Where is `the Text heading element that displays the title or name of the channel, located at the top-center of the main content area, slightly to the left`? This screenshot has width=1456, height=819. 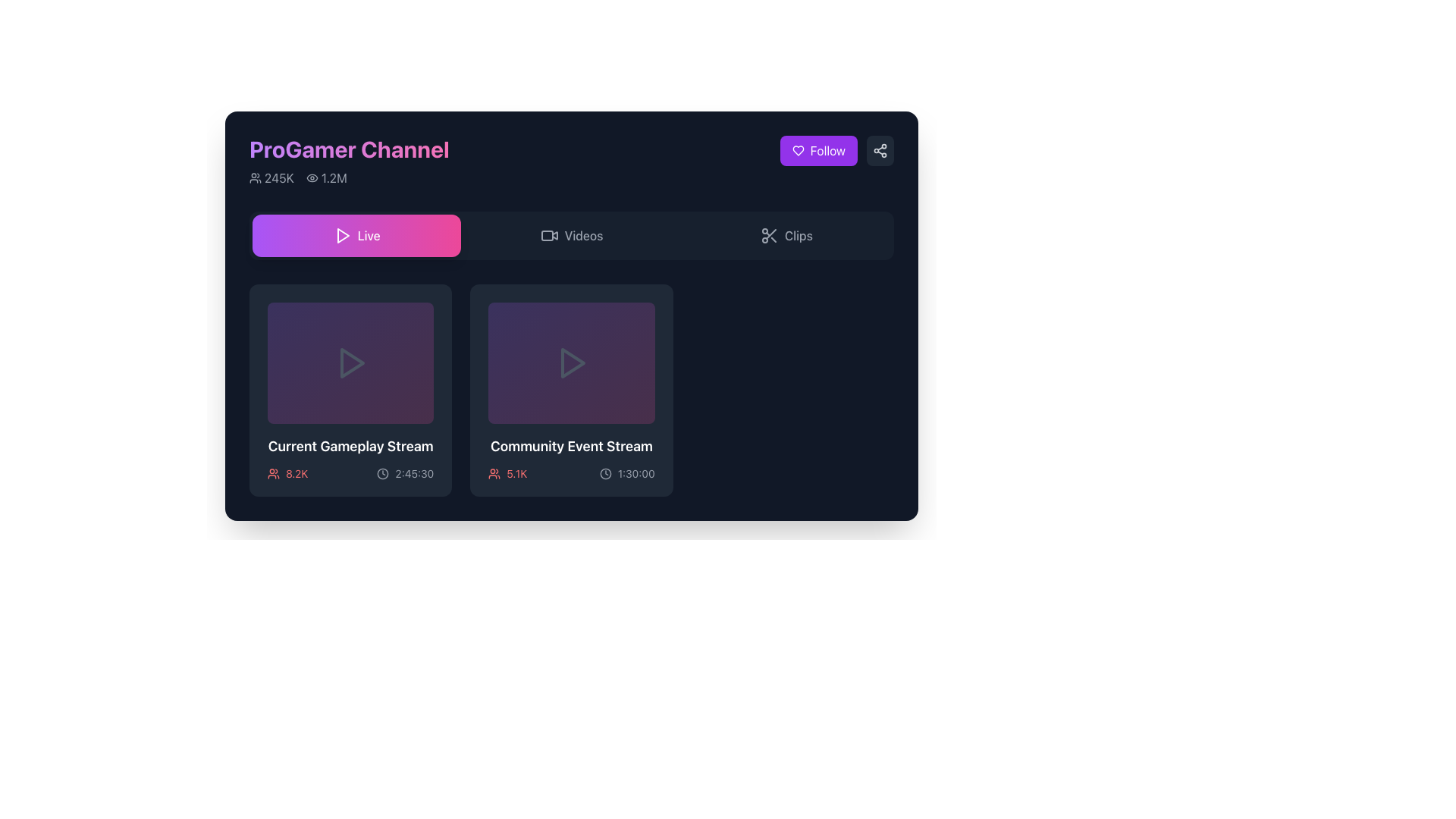 the Text heading element that displays the title or name of the channel, located at the top-center of the main content area, slightly to the left is located at coordinates (348, 161).